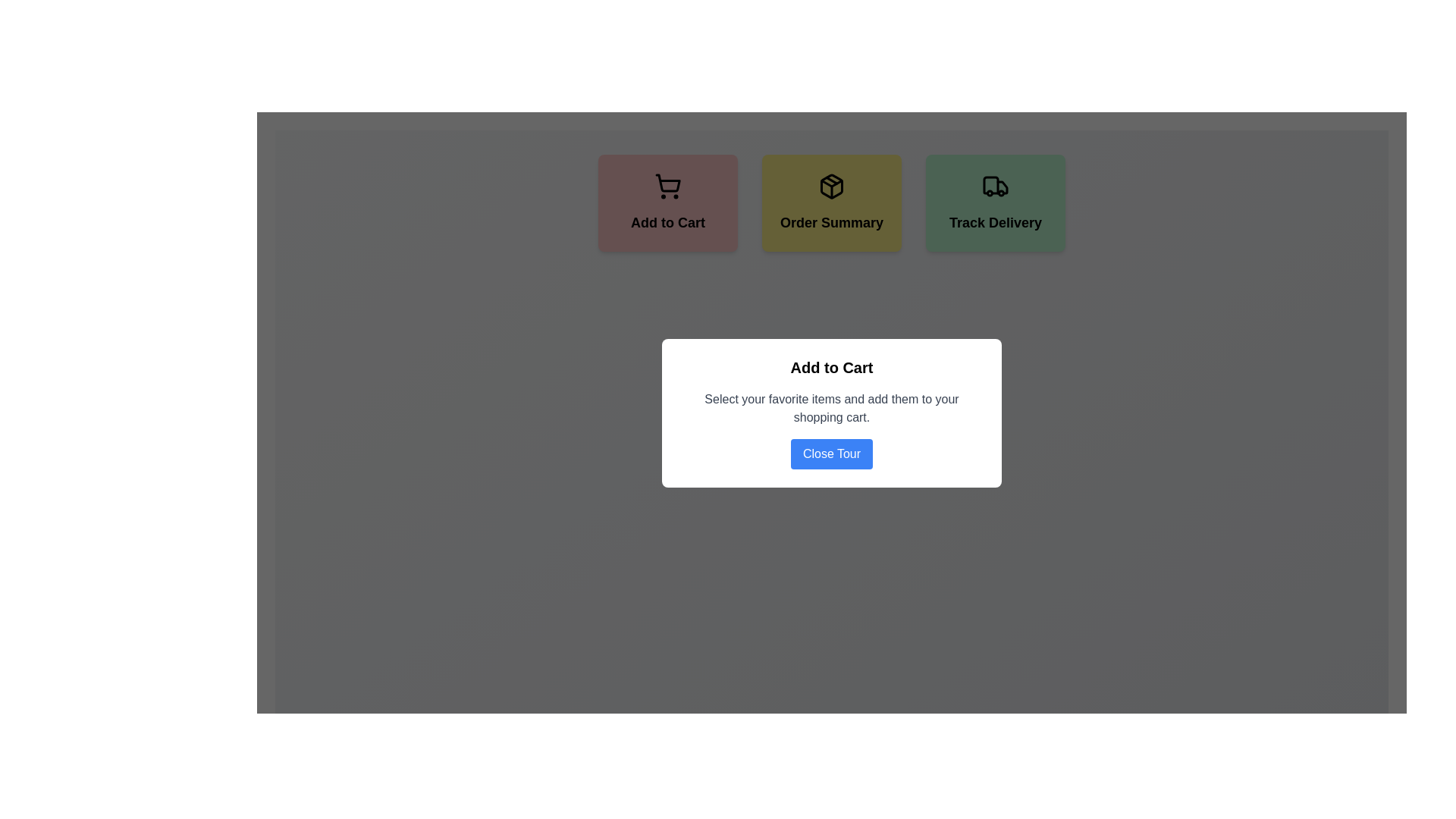 The image size is (1456, 819). What do you see at coordinates (667, 182) in the screenshot?
I see `the shopping cart icon labeled 'Add to Cart', which is located in the top-left corner among three horizontally aligned buttons` at bounding box center [667, 182].